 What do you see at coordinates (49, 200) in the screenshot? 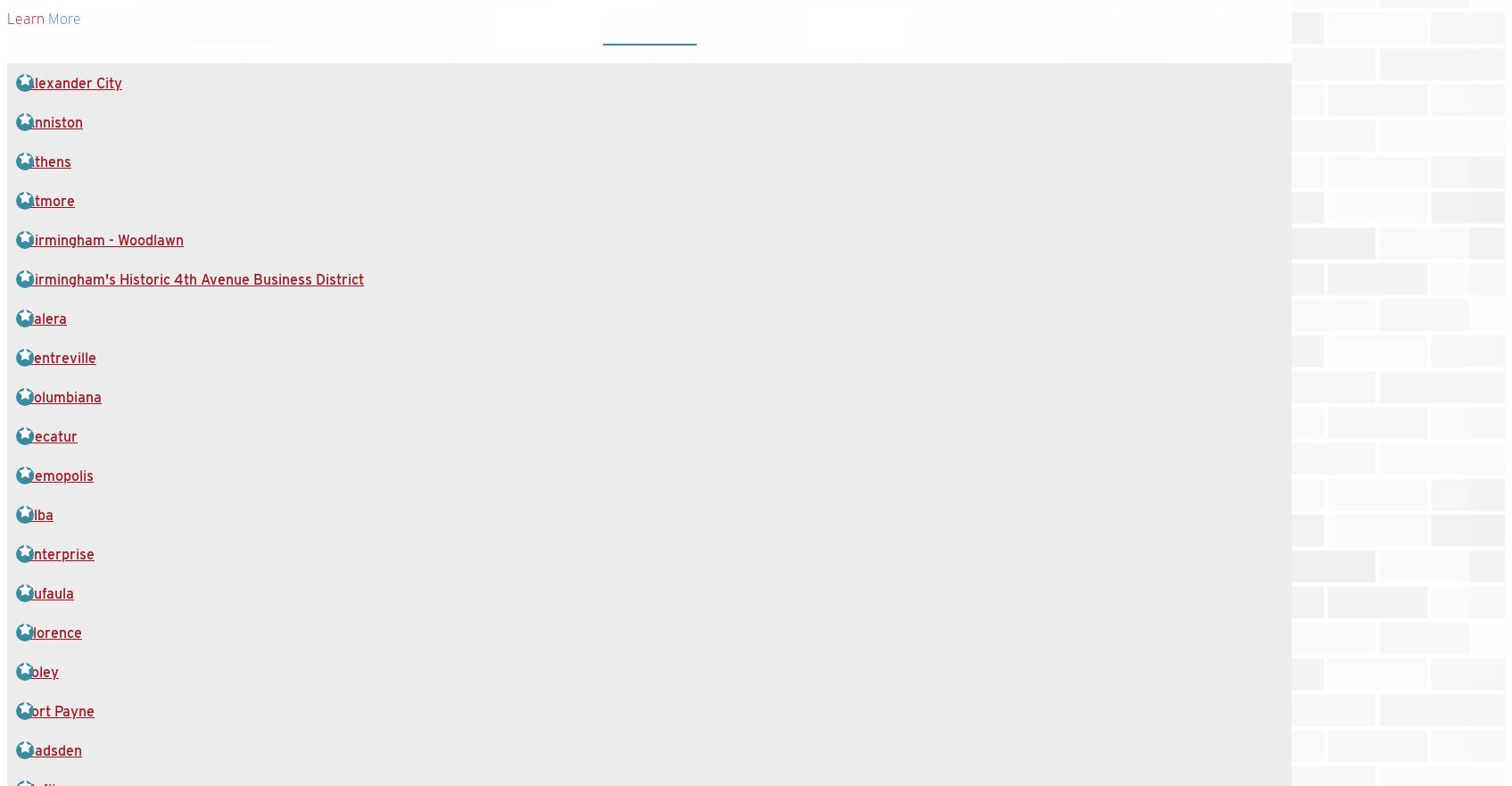
I see `'Atmore'` at bounding box center [49, 200].